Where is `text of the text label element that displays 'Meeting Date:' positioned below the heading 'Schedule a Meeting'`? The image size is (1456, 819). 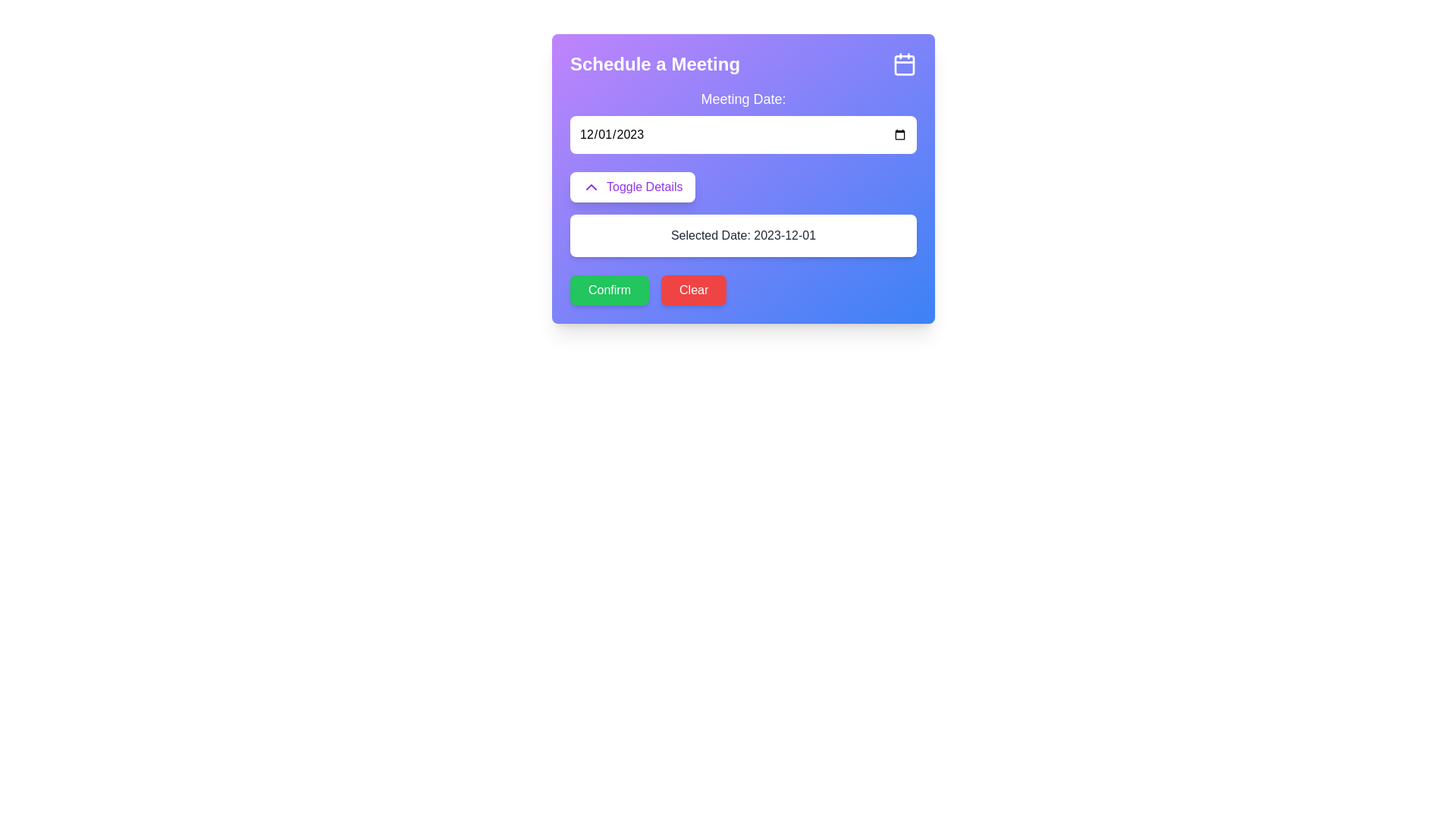
text of the text label element that displays 'Meeting Date:' positioned below the heading 'Schedule a Meeting' is located at coordinates (743, 99).